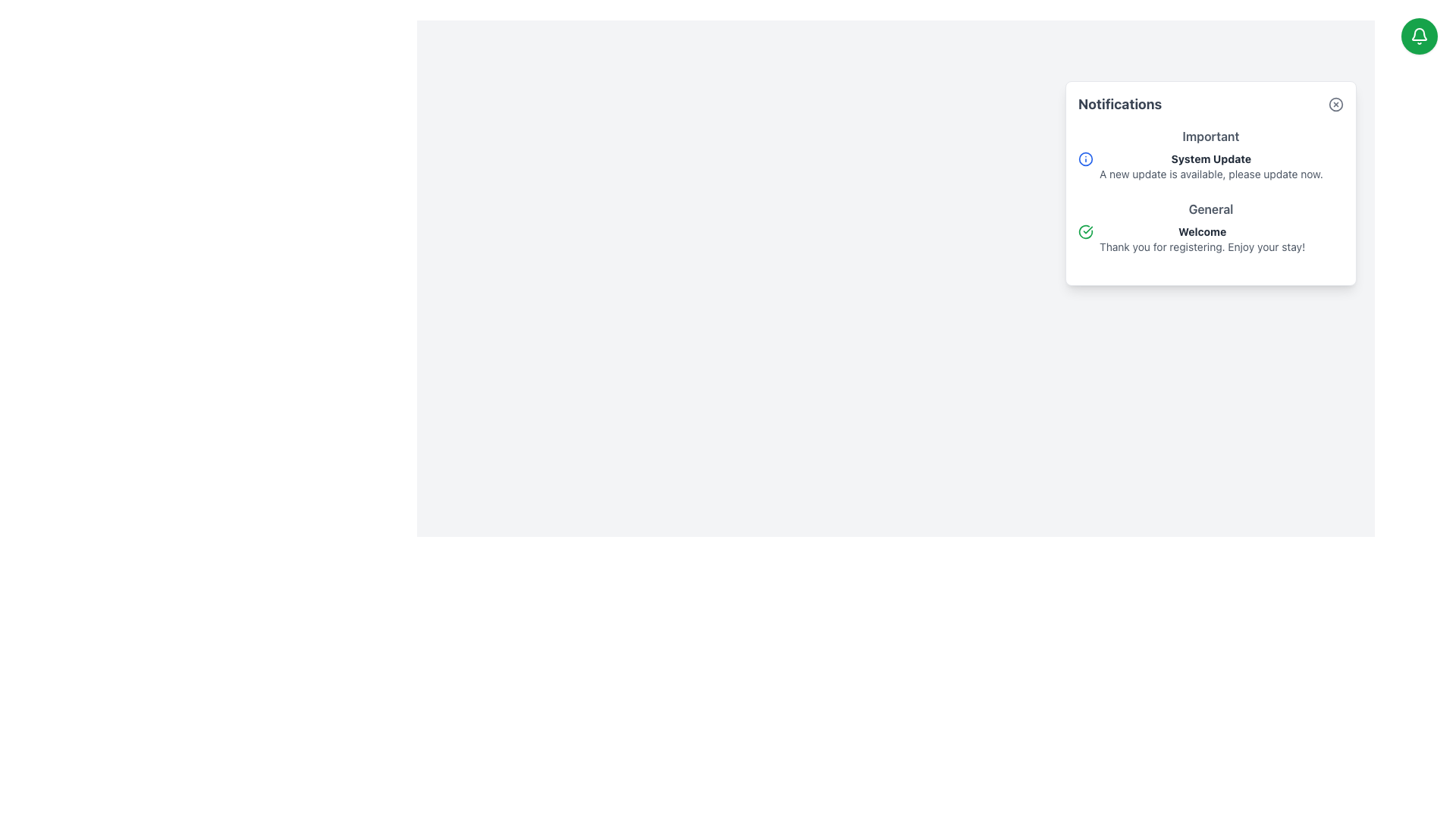 The width and height of the screenshot is (1456, 819). Describe the element at coordinates (1120, 104) in the screenshot. I see `the static text element that serves as the heading for the notification section, positioned at the top-left corner of the notification panel` at that location.